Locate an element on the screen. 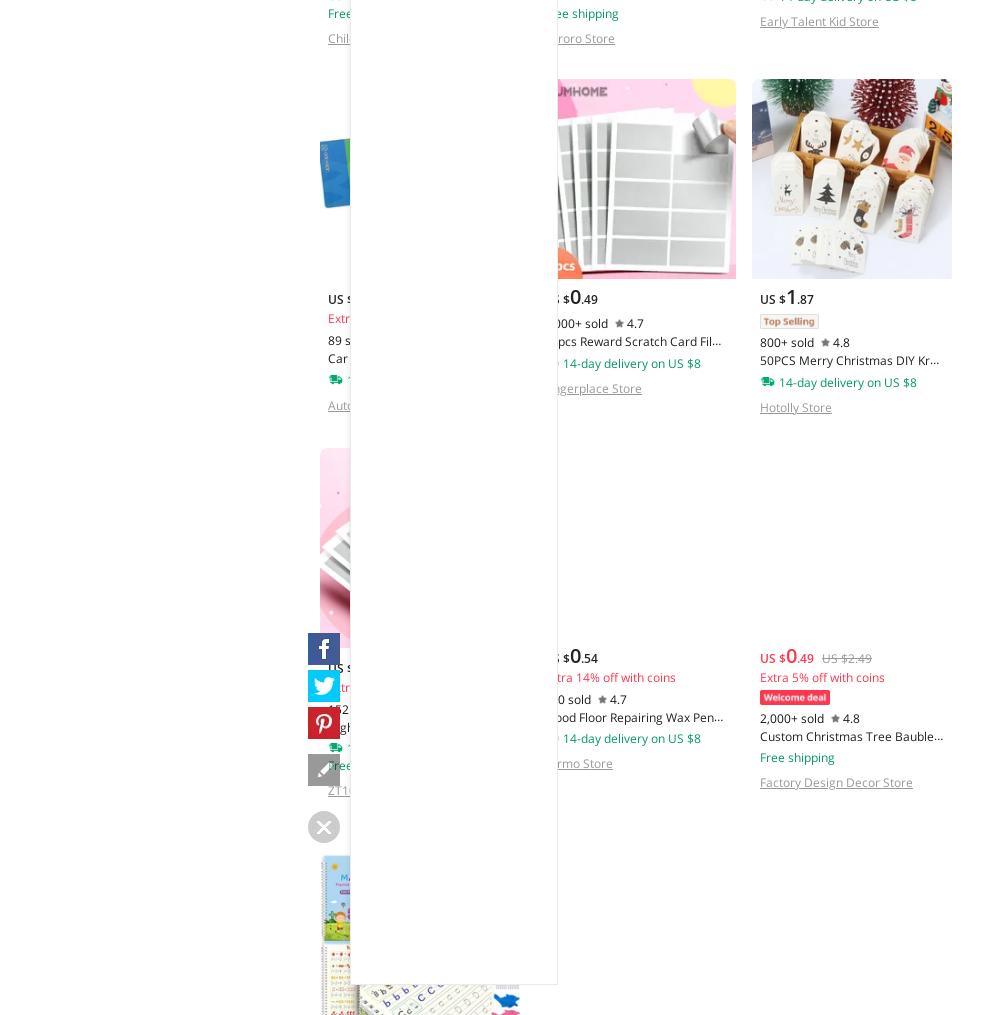 The height and width of the screenshot is (1015, 1000). '78' is located at coordinates (375, 667).